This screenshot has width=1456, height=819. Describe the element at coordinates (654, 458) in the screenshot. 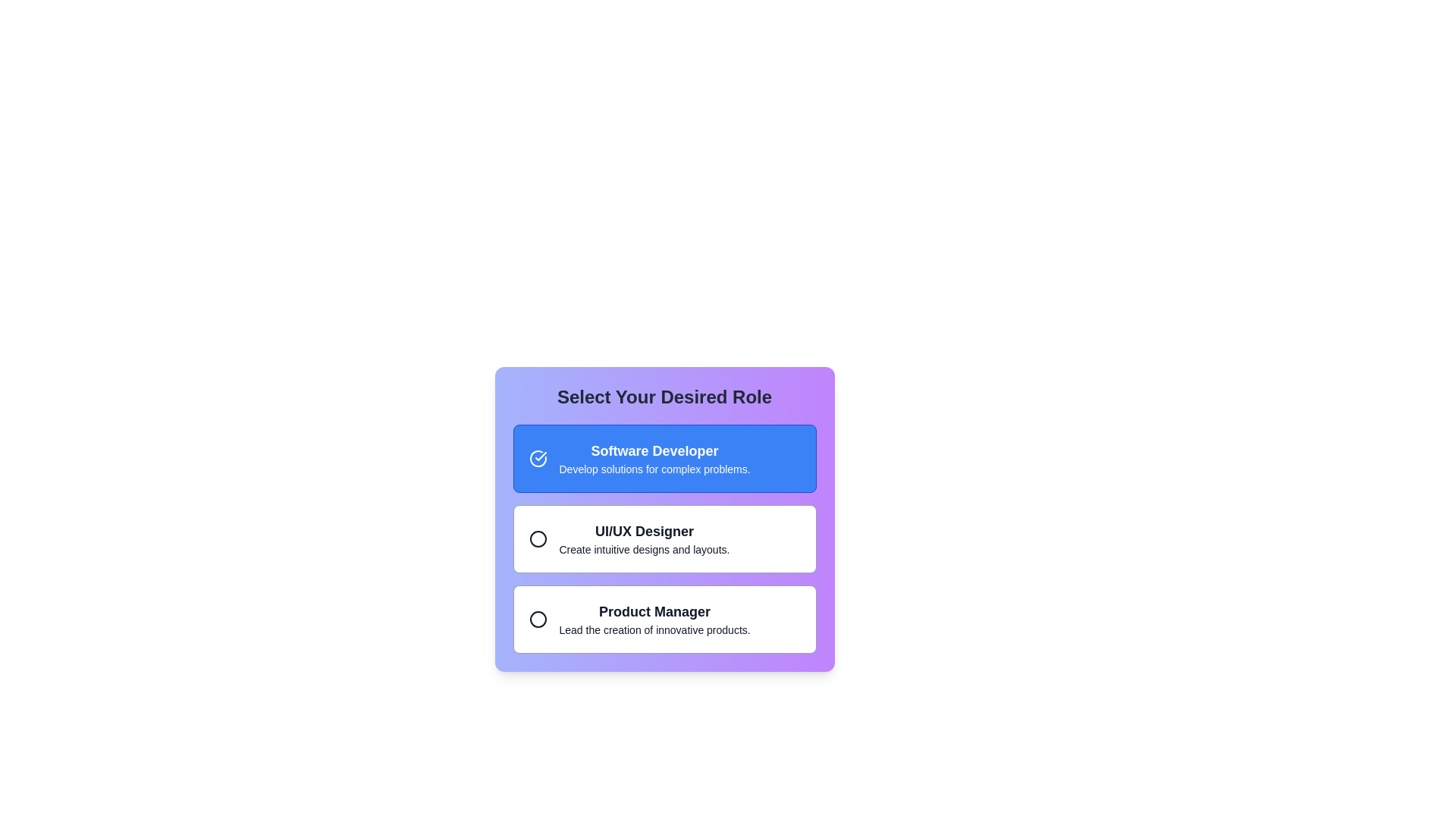

I see `the first selectable list item displaying 'Software Developer'` at that location.